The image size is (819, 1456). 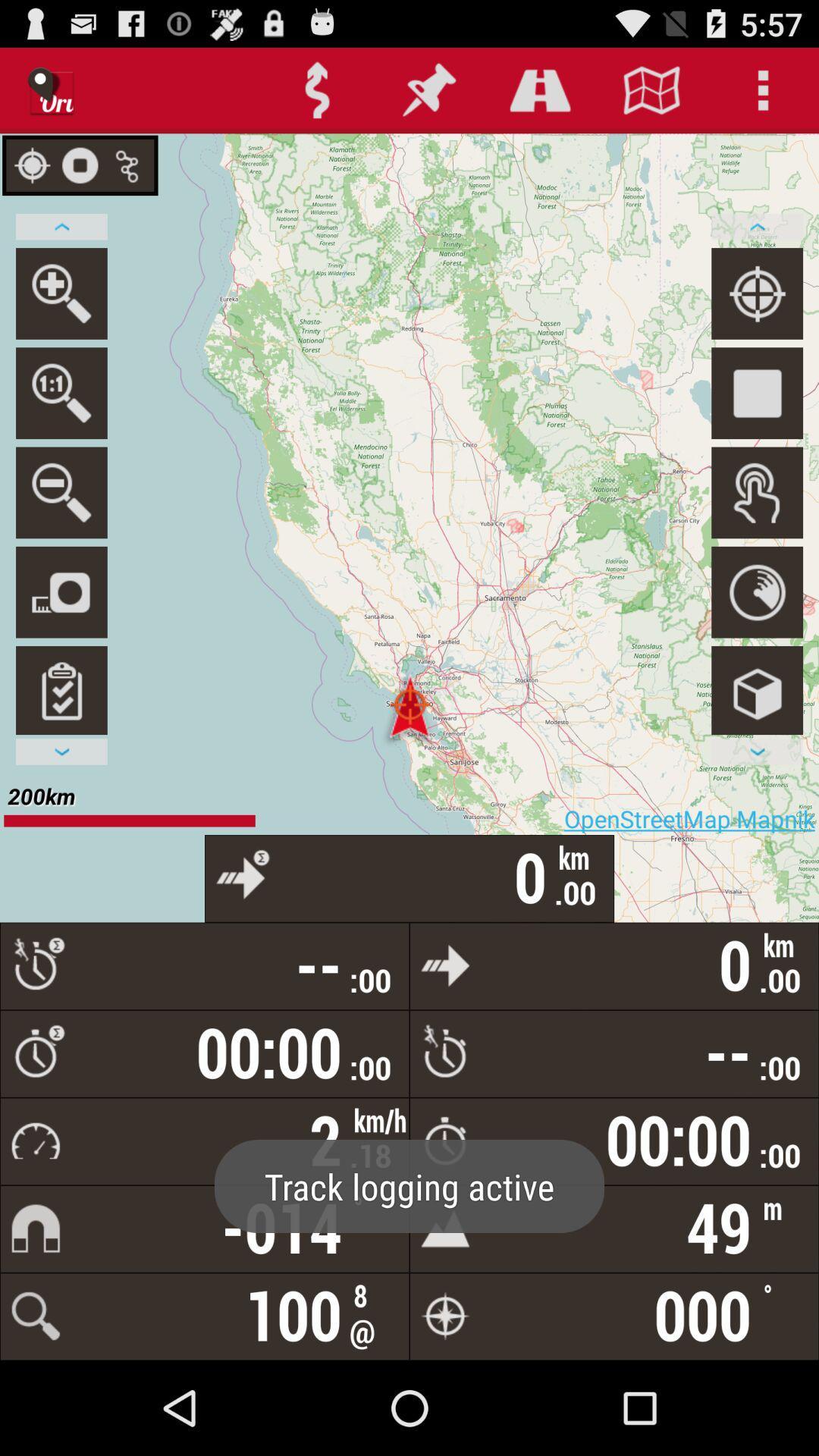 What do you see at coordinates (61, 739) in the screenshot?
I see `the check icon` at bounding box center [61, 739].